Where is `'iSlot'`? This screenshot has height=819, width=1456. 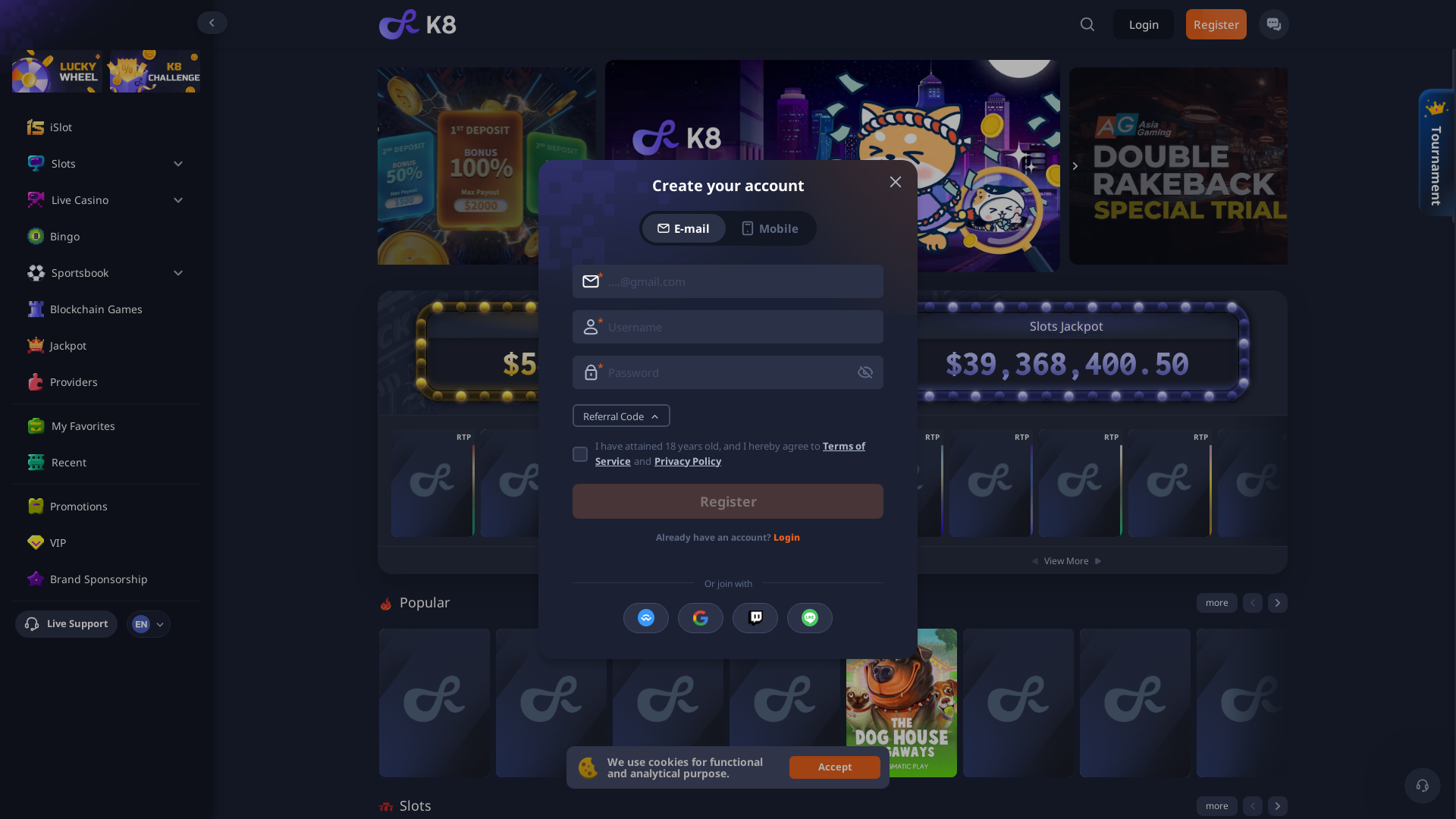 'iSlot' is located at coordinates (116, 127).